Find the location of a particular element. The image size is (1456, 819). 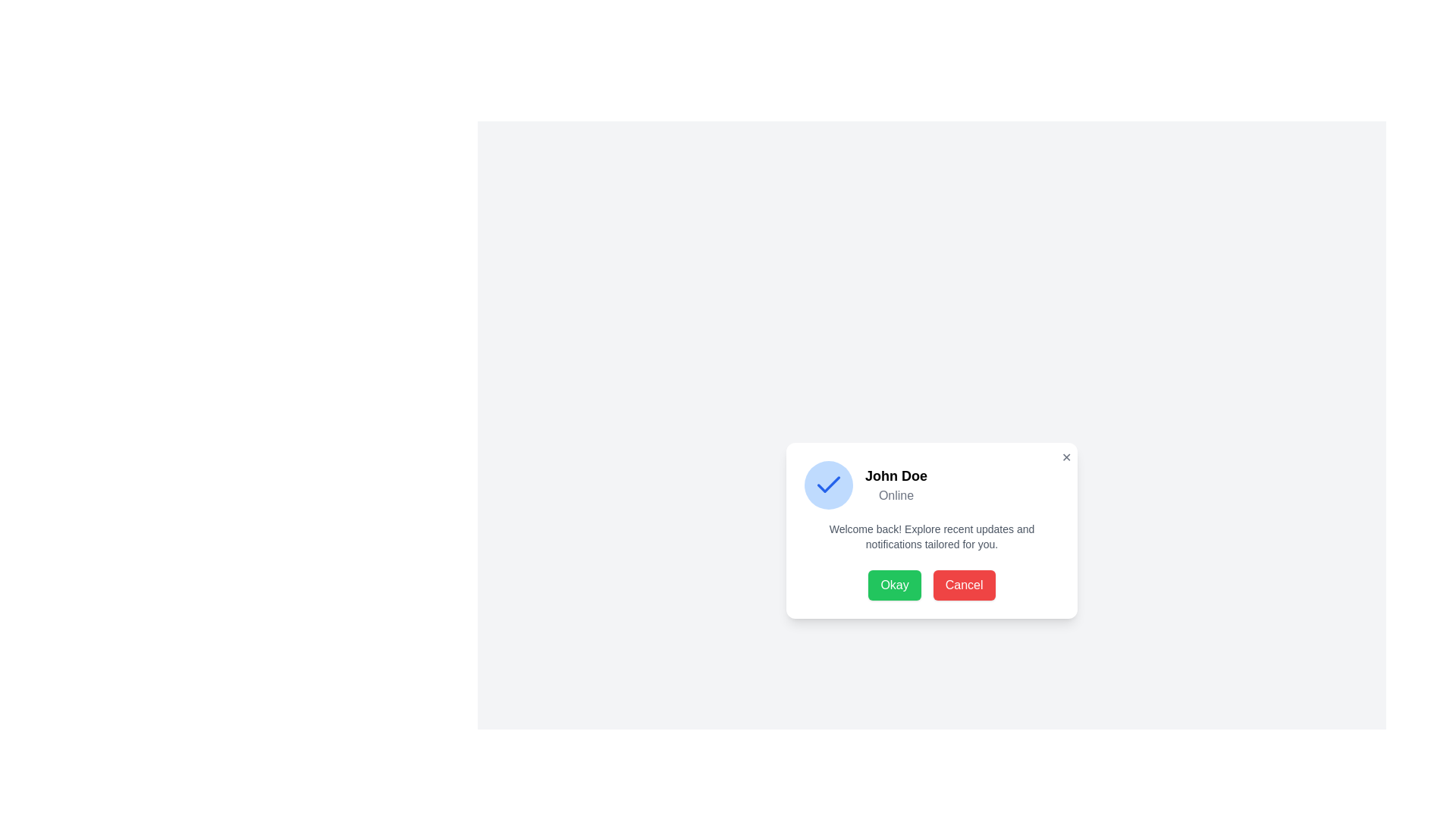

the text label displaying 'John Doe', which is prominently styled and located above the 'Online' text in the dialog box is located at coordinates (896, 475).